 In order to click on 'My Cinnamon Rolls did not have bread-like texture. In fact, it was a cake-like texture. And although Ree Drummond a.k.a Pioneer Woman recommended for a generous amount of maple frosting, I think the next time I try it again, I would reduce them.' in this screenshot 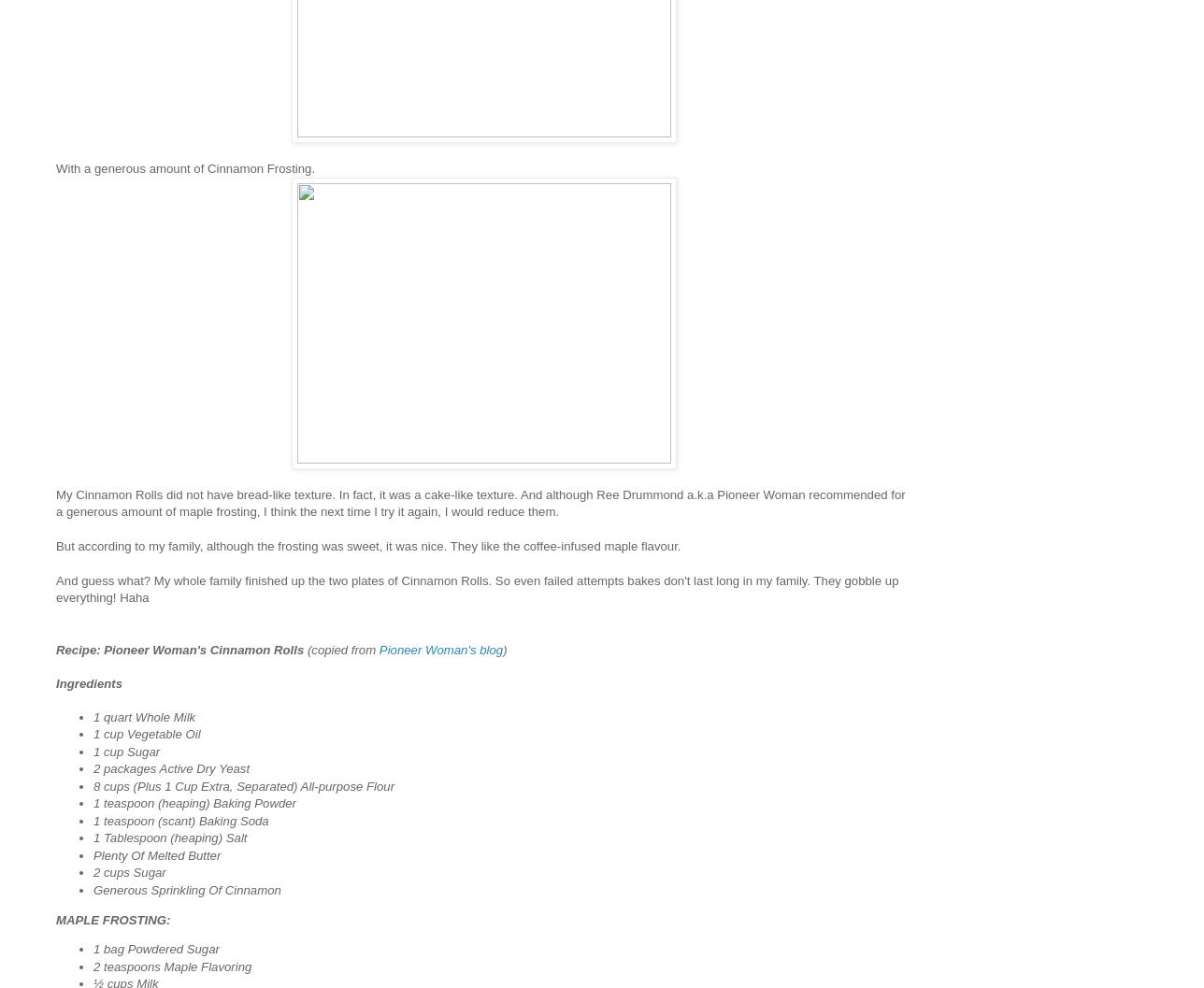, I will do `click(480, 502)`.